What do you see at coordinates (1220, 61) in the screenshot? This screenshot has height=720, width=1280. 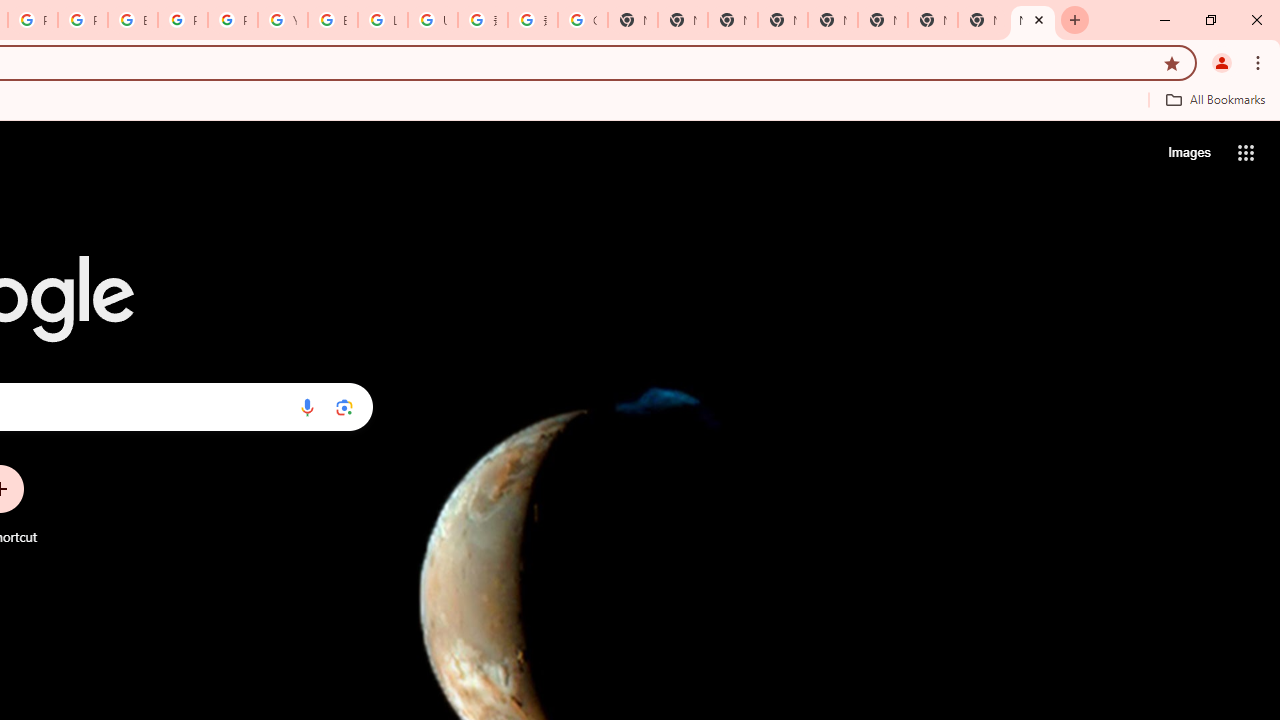 I see `'You'` at bounding box center [1220, 61].